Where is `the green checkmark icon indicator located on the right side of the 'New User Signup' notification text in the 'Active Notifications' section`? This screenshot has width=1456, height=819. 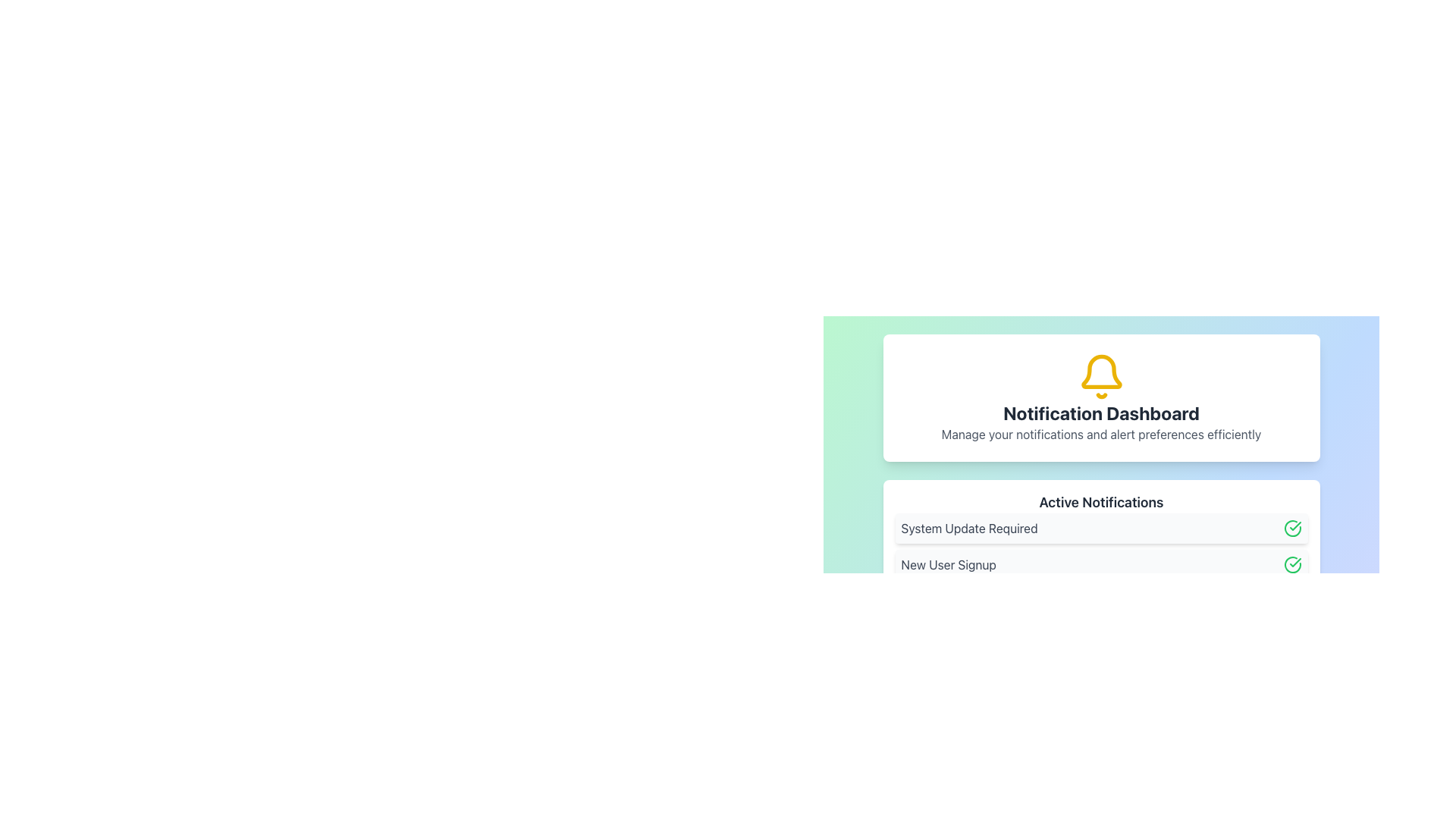 the green checkmark icon indicator located on the right side of the 'New User Signup' notification text in the 'Active Notifications' section is located at coordinates (1294, 526).